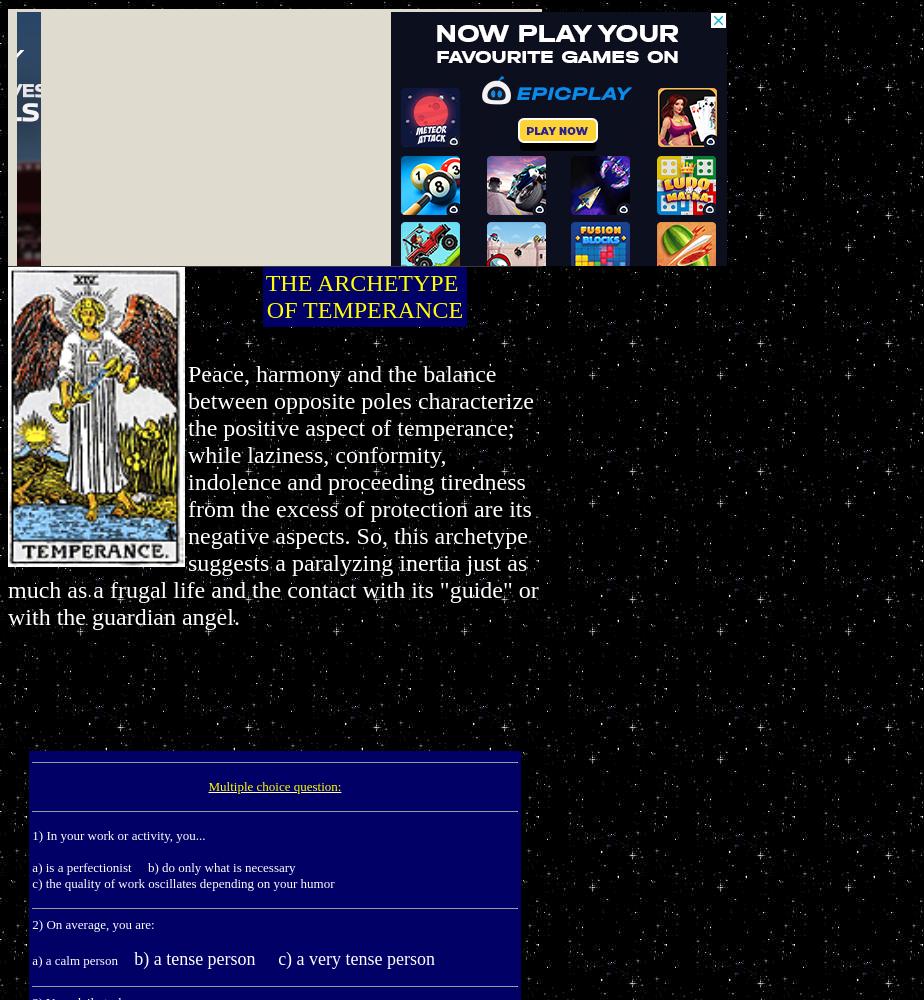 The image size is (924, 1000). Describe the element at coordinates (221, 866) in the screenshot. I see `'b) do only what is necessary'` at that location.